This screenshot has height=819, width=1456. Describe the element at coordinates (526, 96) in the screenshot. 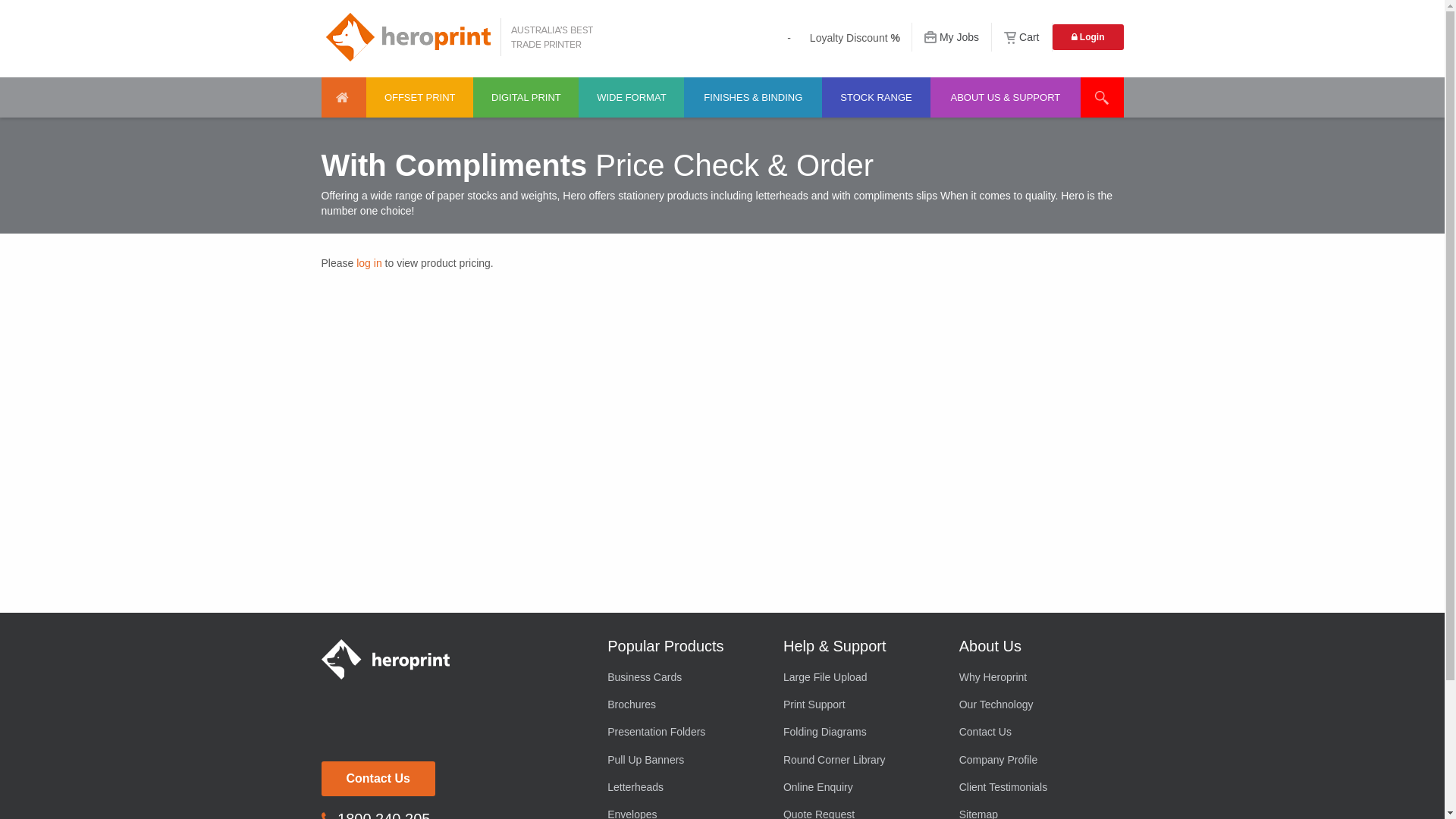

I see `'DIGITAL PRINT'` at that location.